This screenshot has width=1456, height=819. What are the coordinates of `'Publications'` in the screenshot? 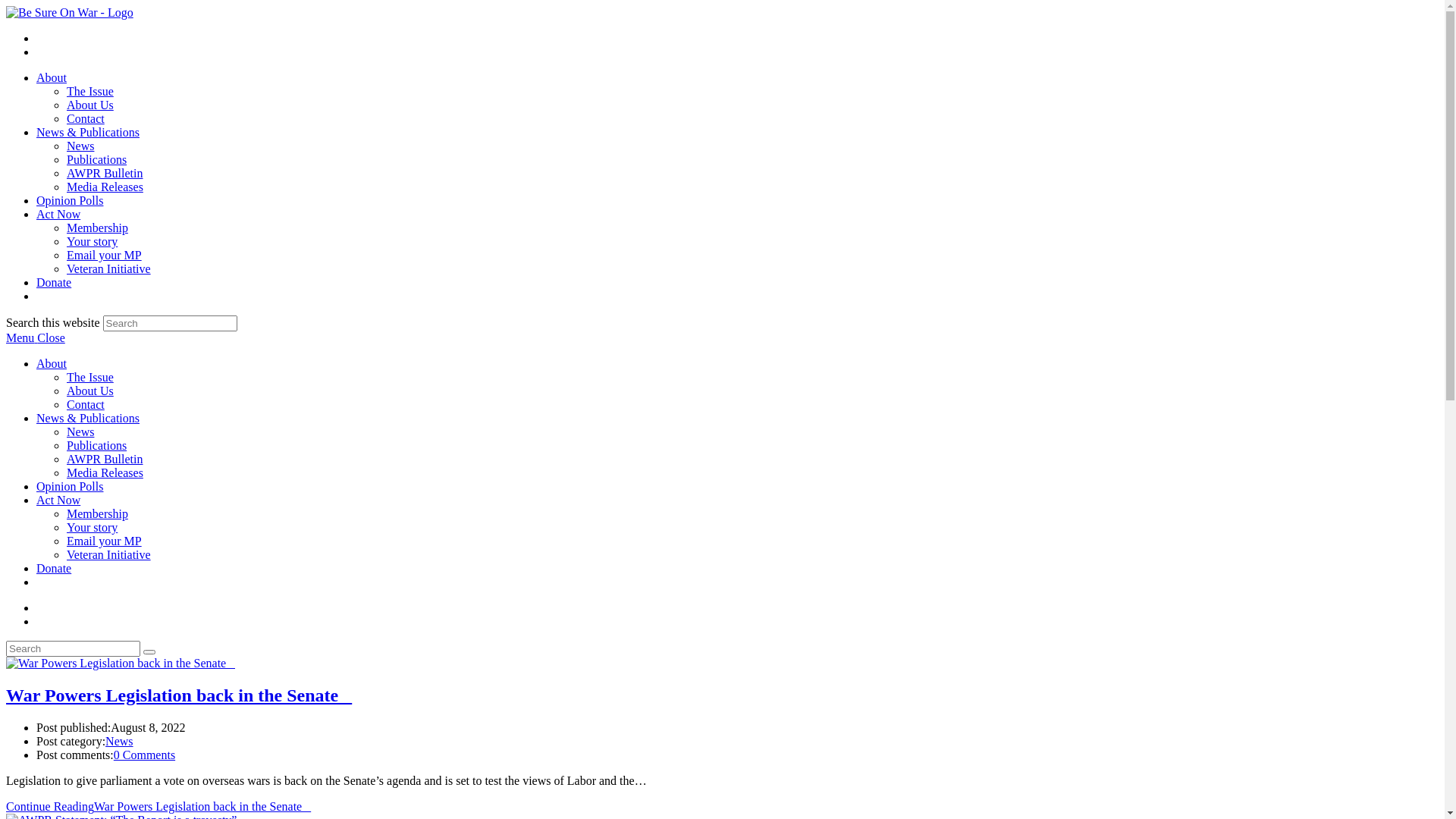 It's located at (96, 444).